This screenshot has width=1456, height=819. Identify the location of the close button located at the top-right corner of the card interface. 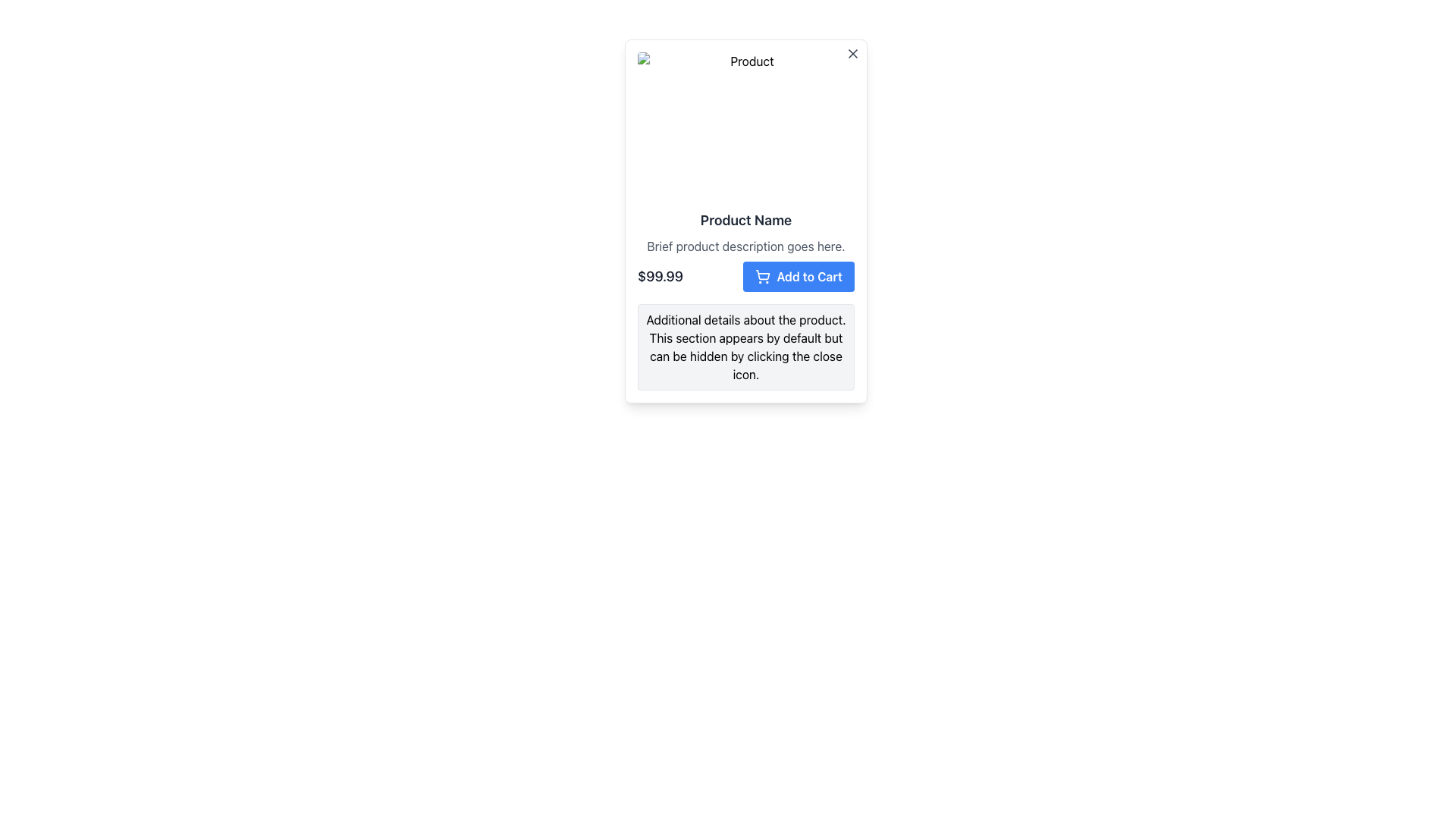
(852, 55).